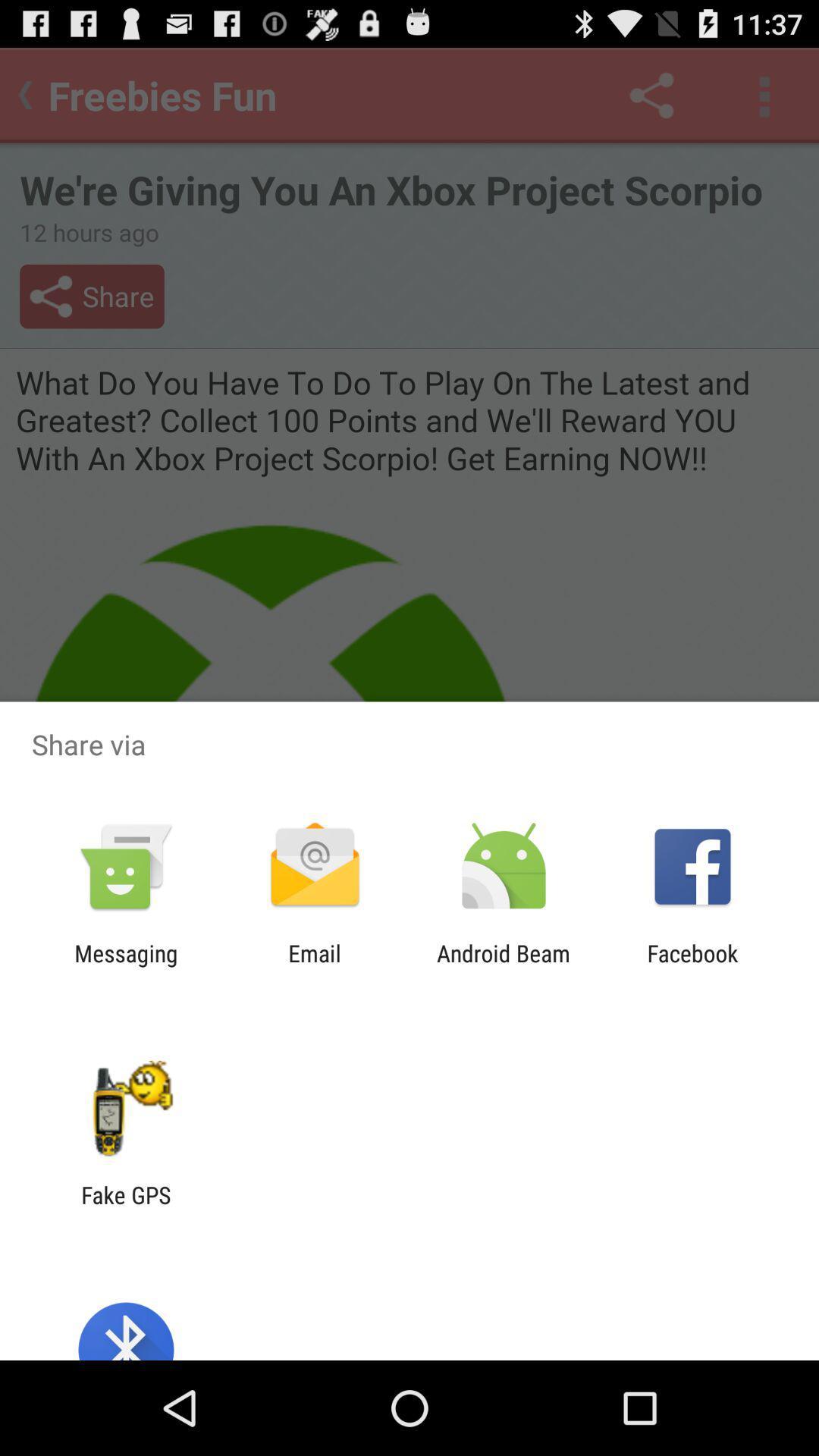 The width and height of the screenshot is (819, 1456). I want to click on icon next to email icon, so click(504, 966).